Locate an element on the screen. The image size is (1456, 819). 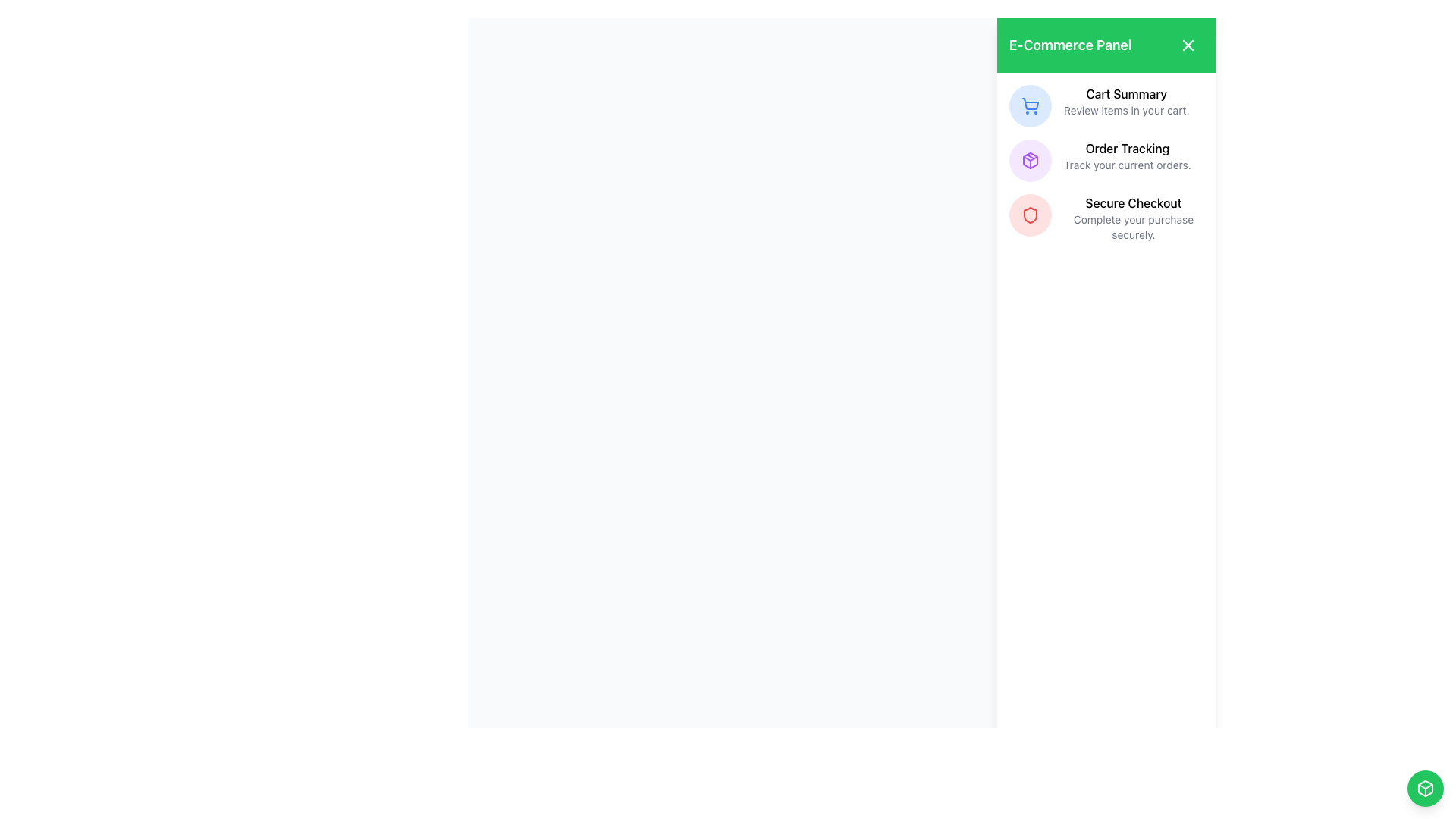
the informational component that provides order tracking information, positioned between the 'Cart Summary' and 'Secure Checkout' components in the right-side green-panel layout is located at coordinates (1106, 161).